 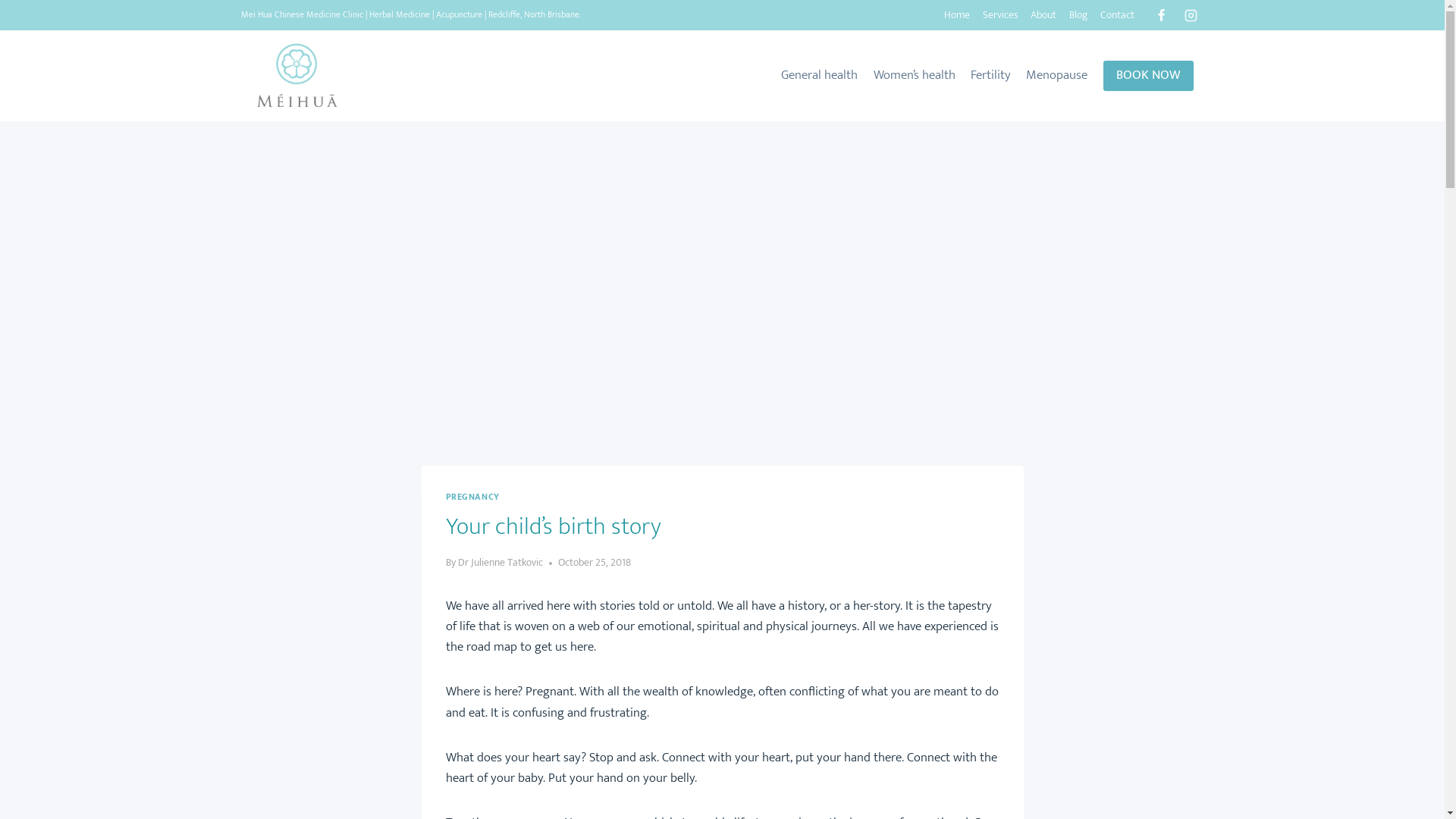 I want to click on 'Fertility', so click(x=990, y=76).